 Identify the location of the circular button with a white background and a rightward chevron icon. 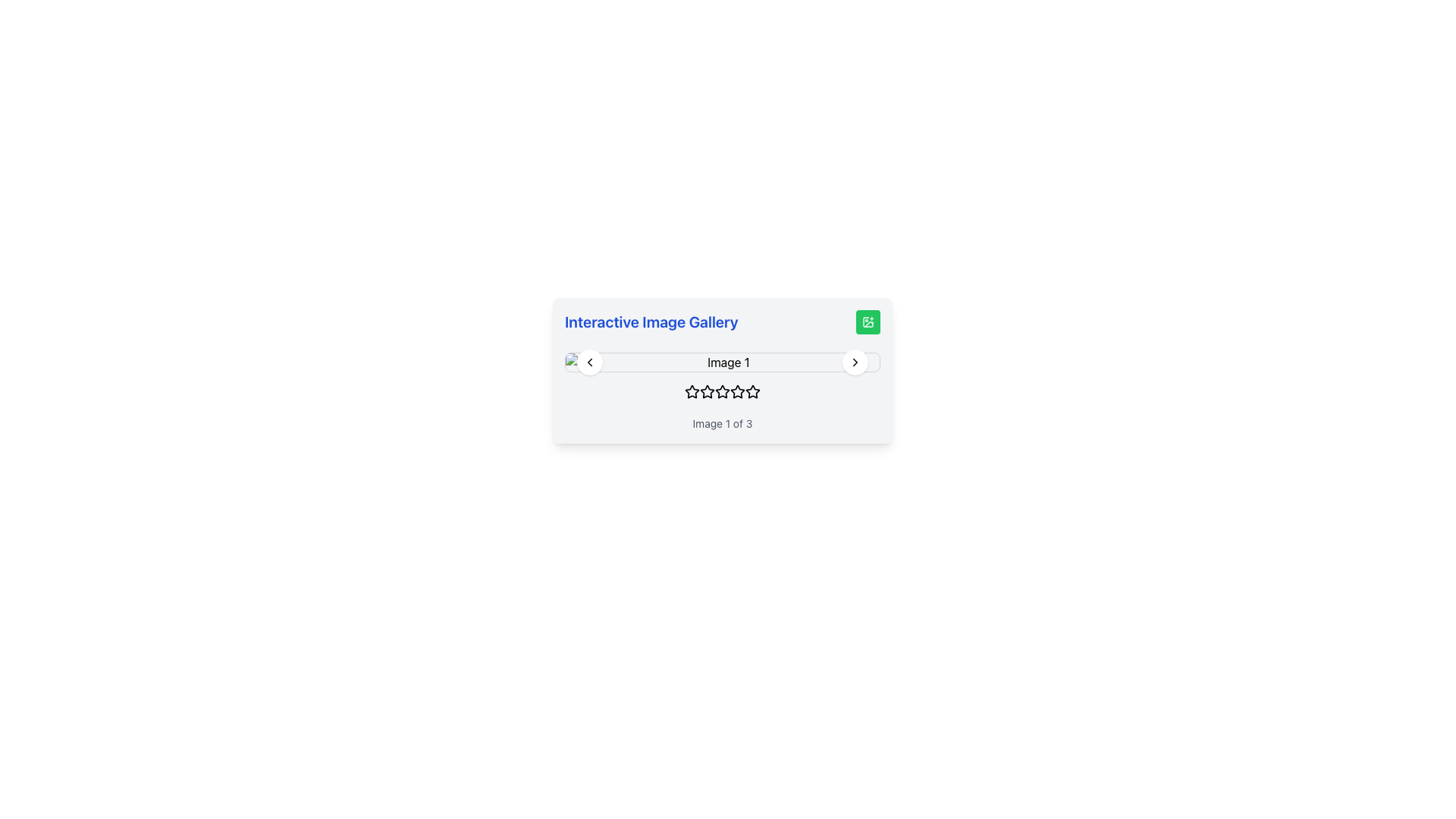
(855, 362).